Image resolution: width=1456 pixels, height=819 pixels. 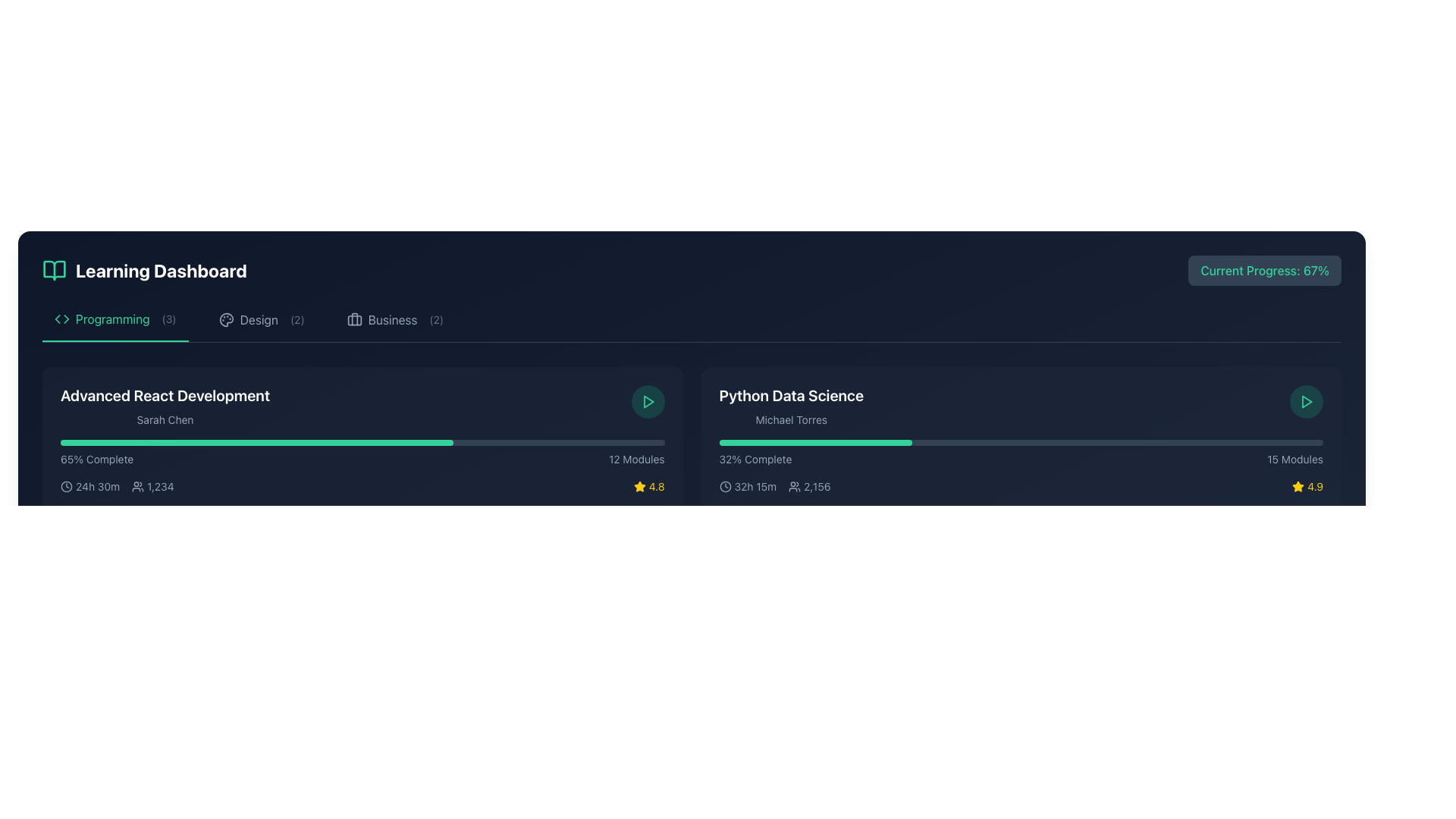 What do you see at coordinates (138, 486) in the screenshot?
I see `the user icon, which resembles two stylized people, located to the left of the numerical value 1,234 in the 'Advanced React Development' course section` at bounding box center [138, 486].